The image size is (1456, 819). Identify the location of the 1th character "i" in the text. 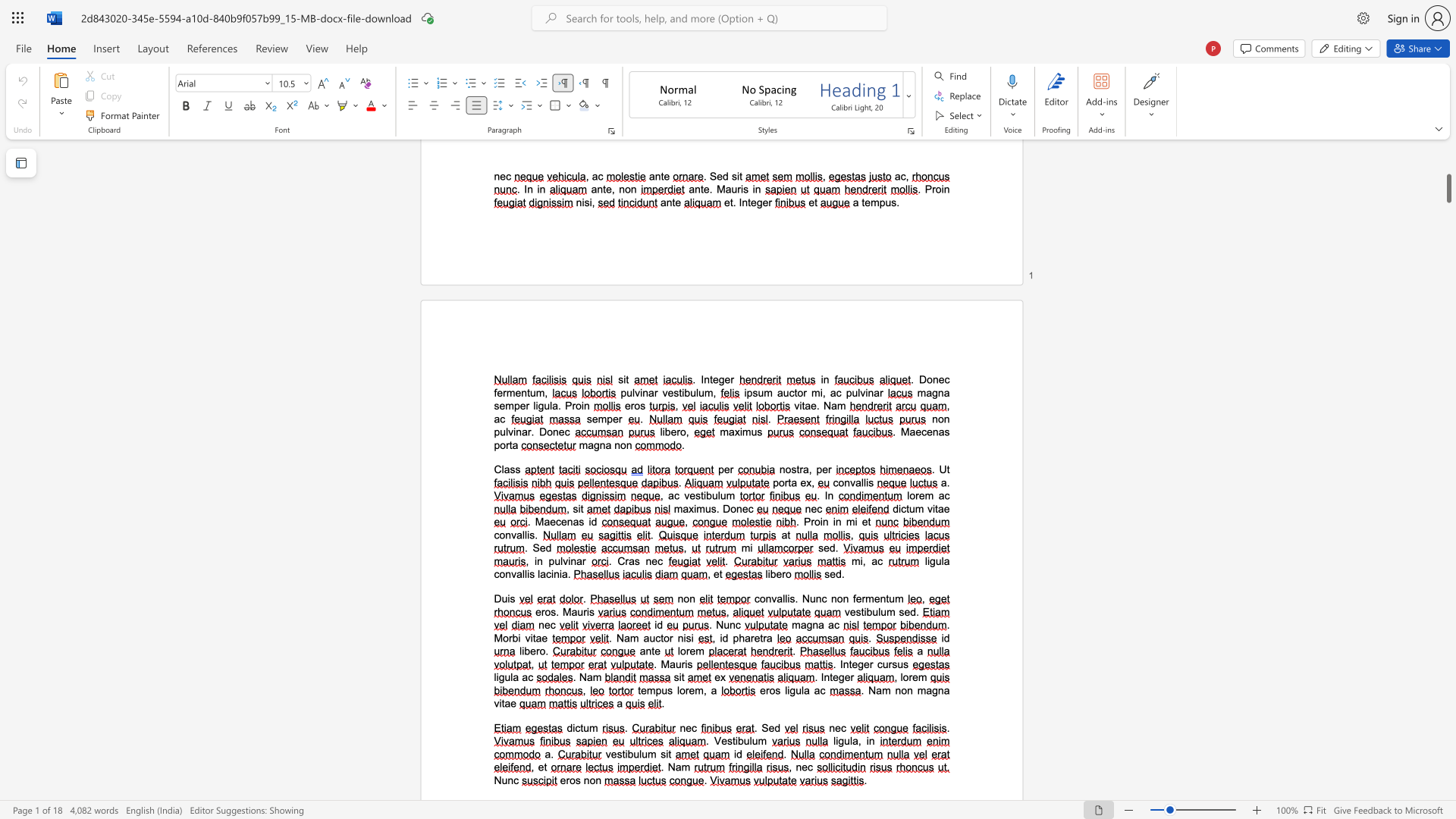
(821, 521).